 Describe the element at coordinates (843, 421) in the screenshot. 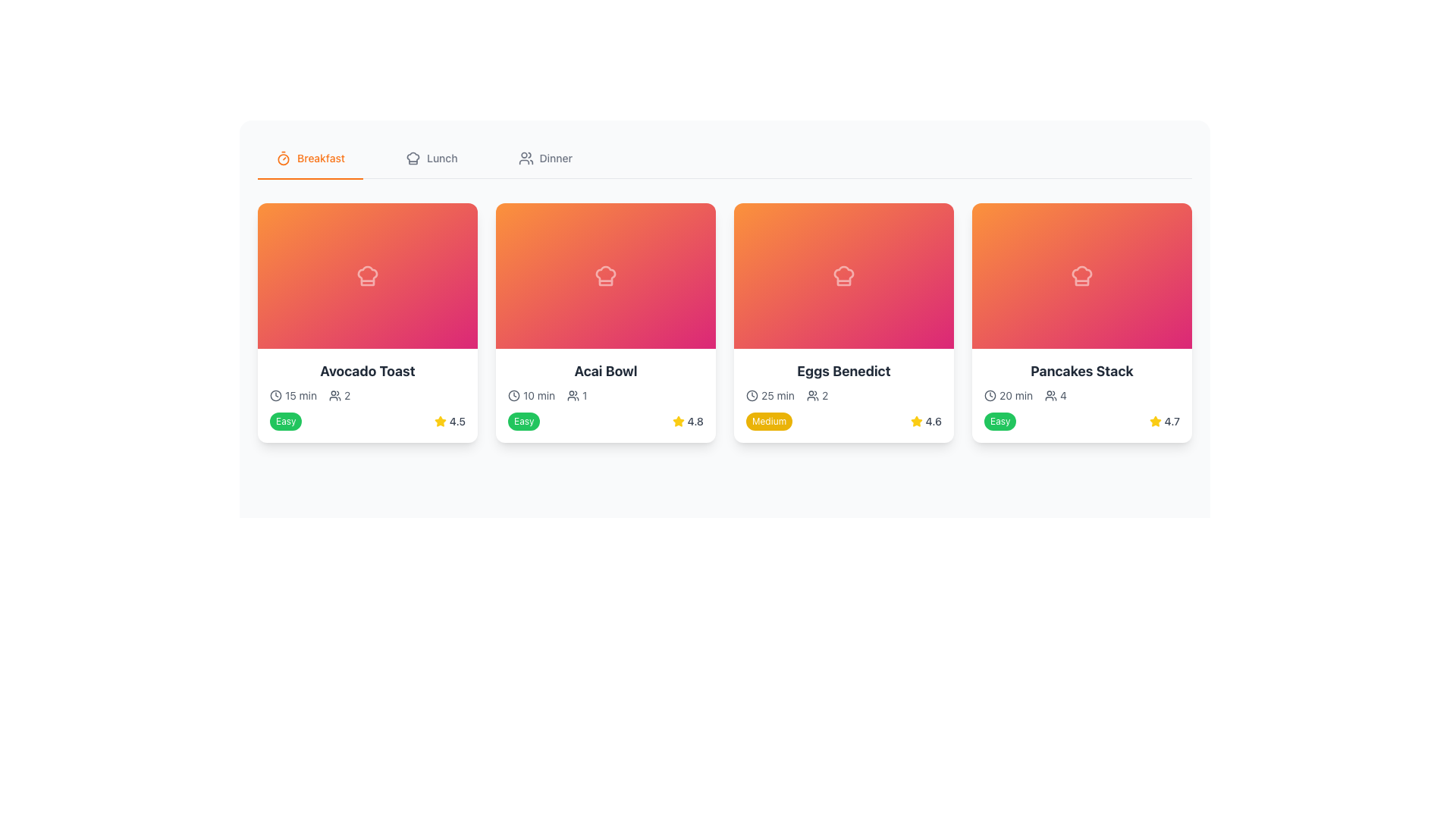

I see `the difficulty level and rating element on the 'Eggs Benedict' recipe card, which displays a 'Medium' difficulty and a rating of 4.6 stars, located in the bottom section of the card` at that location.